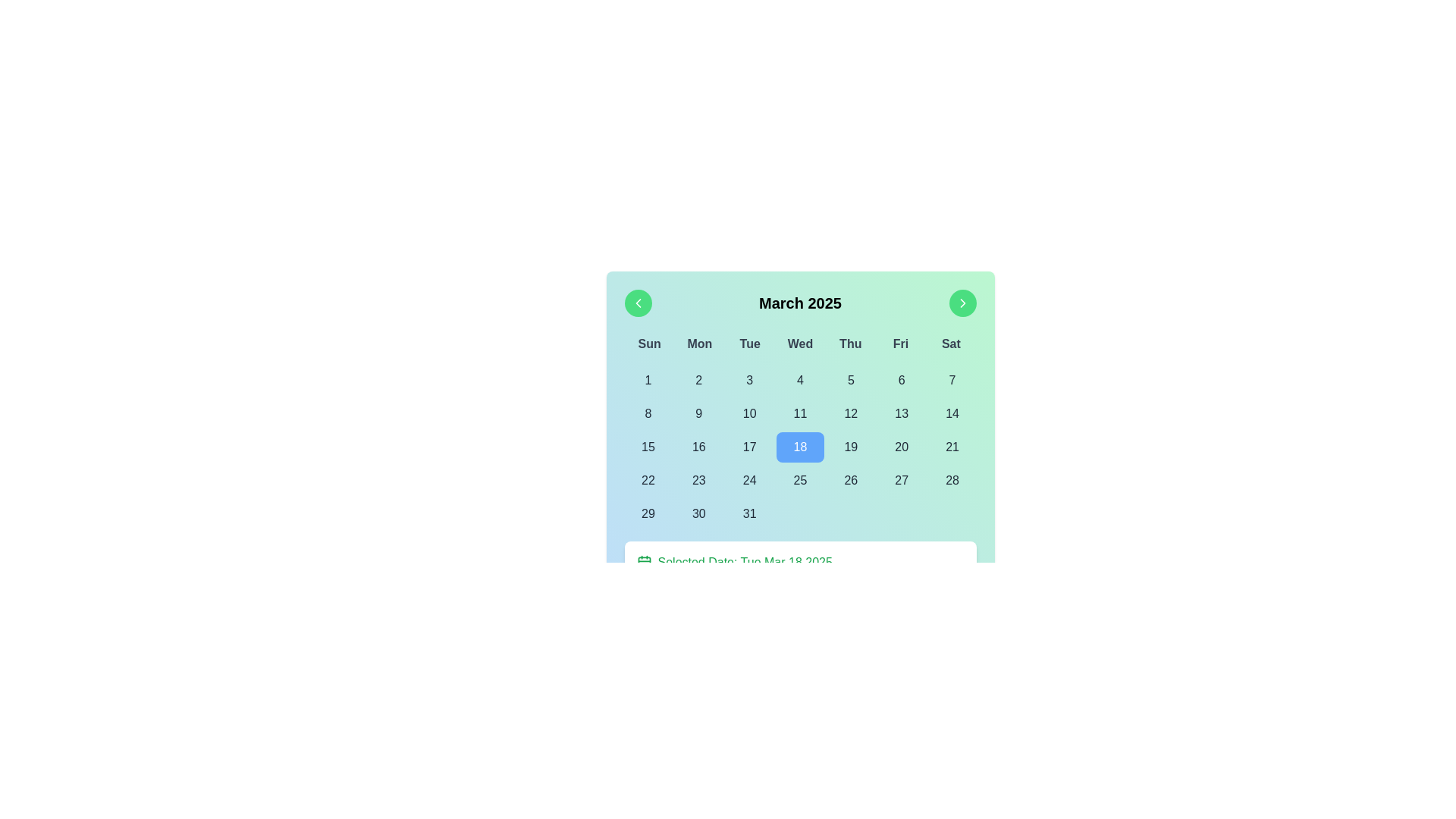  Describe the element at coordinates (749, 447) in the screenshot. I see `the date button representing the 17th of the month in the calendar interface` at that location.